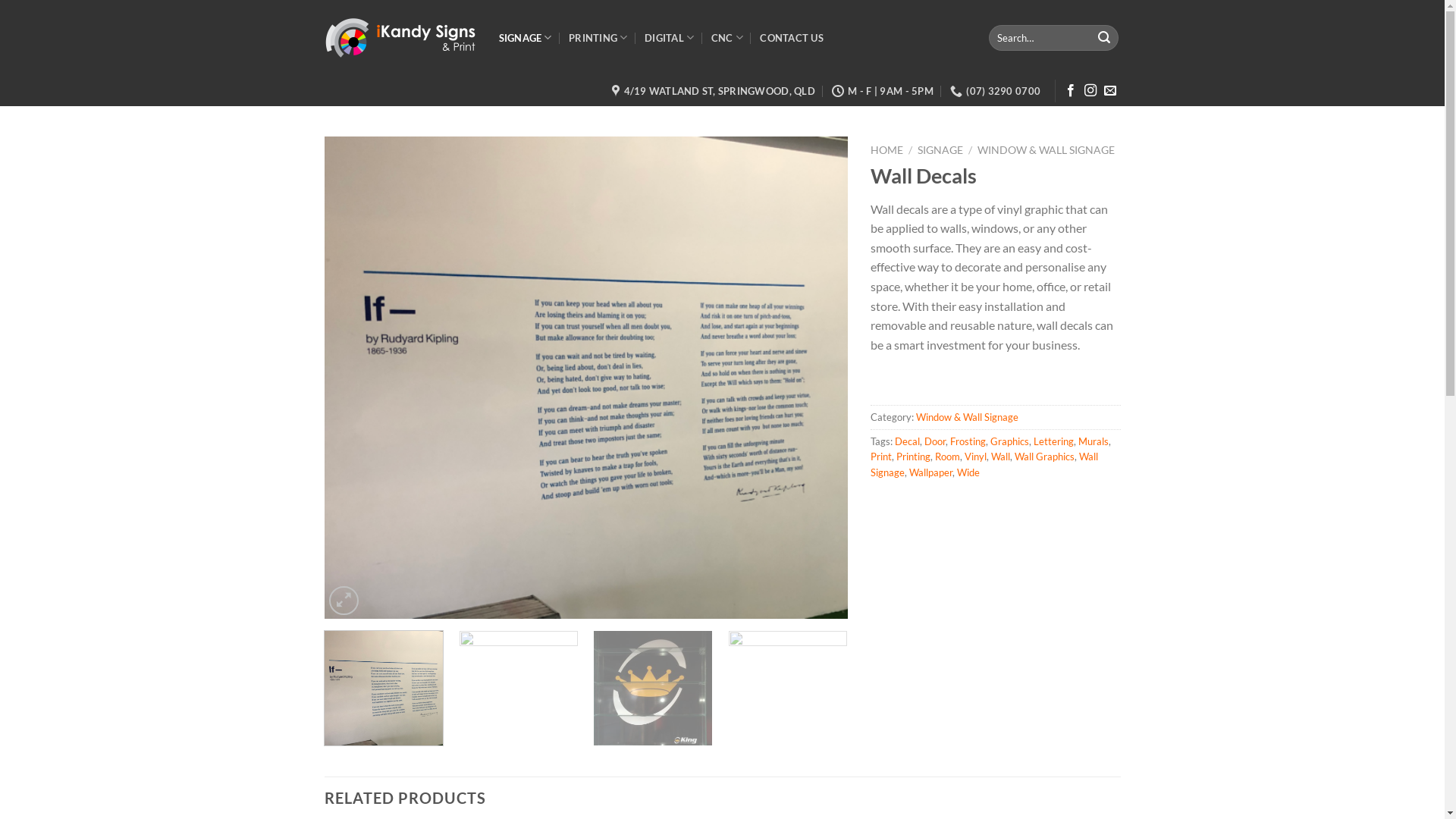 The height and width of the screenshot is (819, 1456). I want to click on 'Door', so click(934, 441).